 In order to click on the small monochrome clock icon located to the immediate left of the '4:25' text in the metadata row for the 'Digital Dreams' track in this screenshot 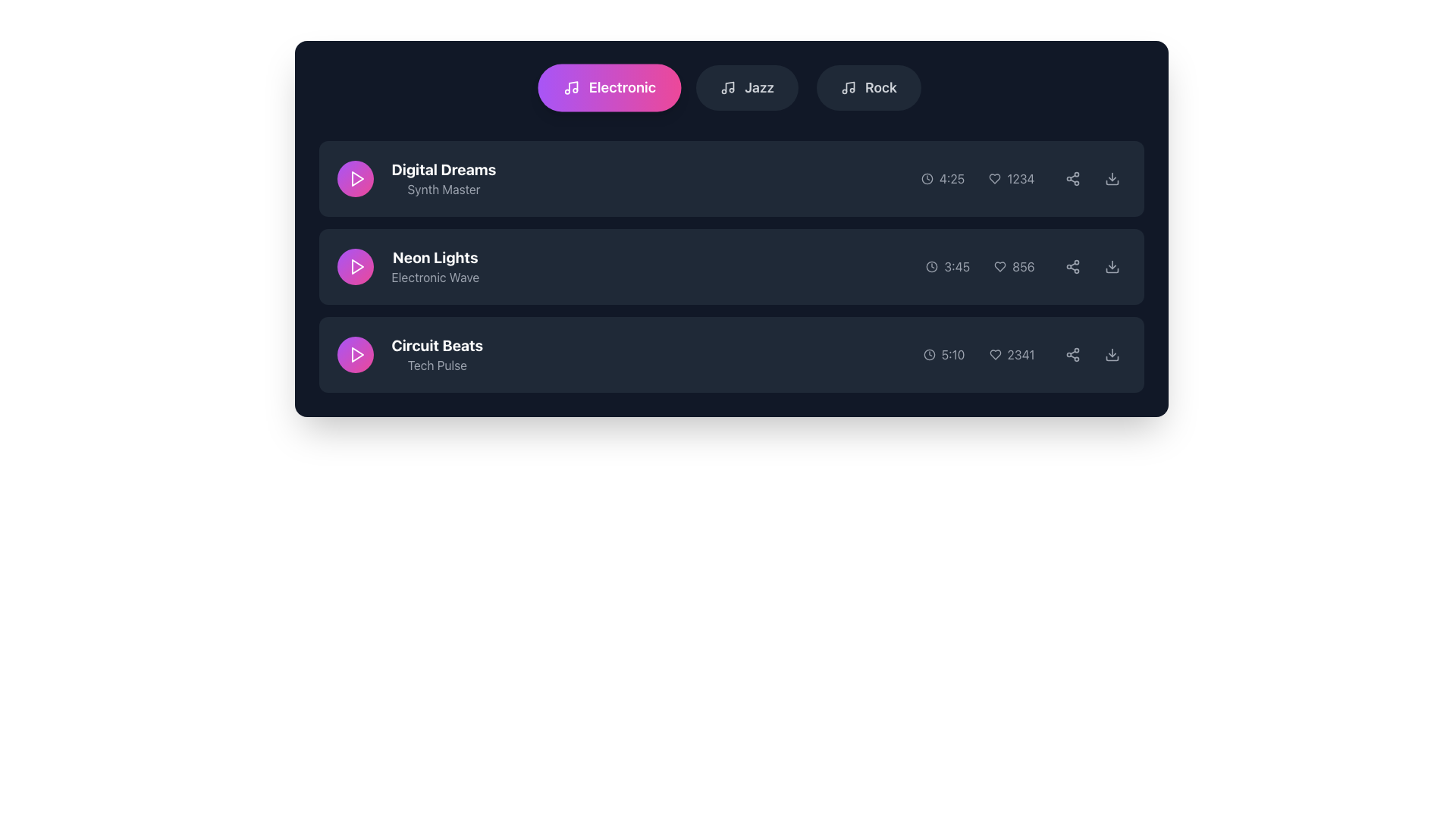, I will do `click(926, 177)`.